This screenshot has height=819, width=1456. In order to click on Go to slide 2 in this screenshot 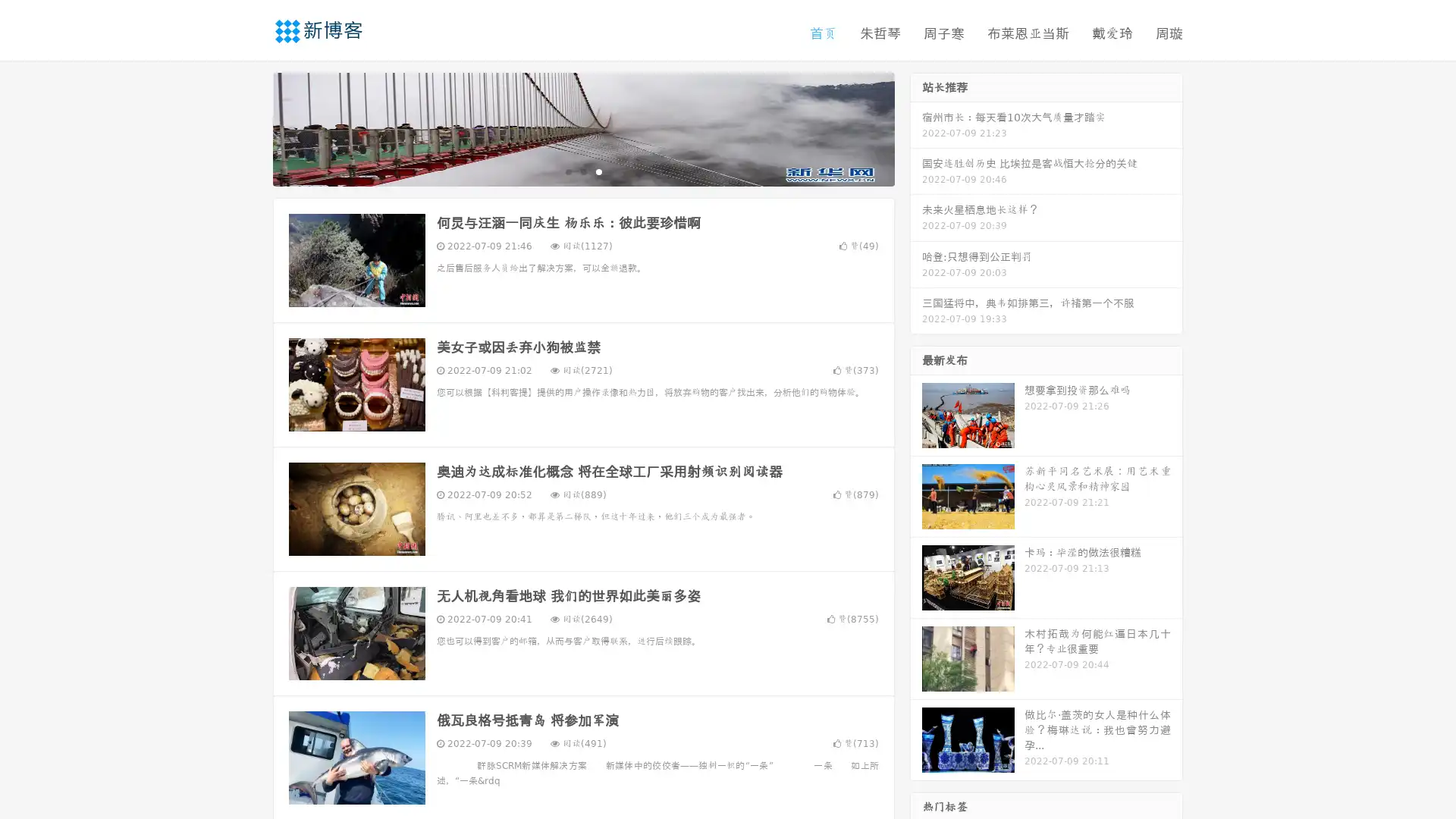, I will do `click(582, 171)`.